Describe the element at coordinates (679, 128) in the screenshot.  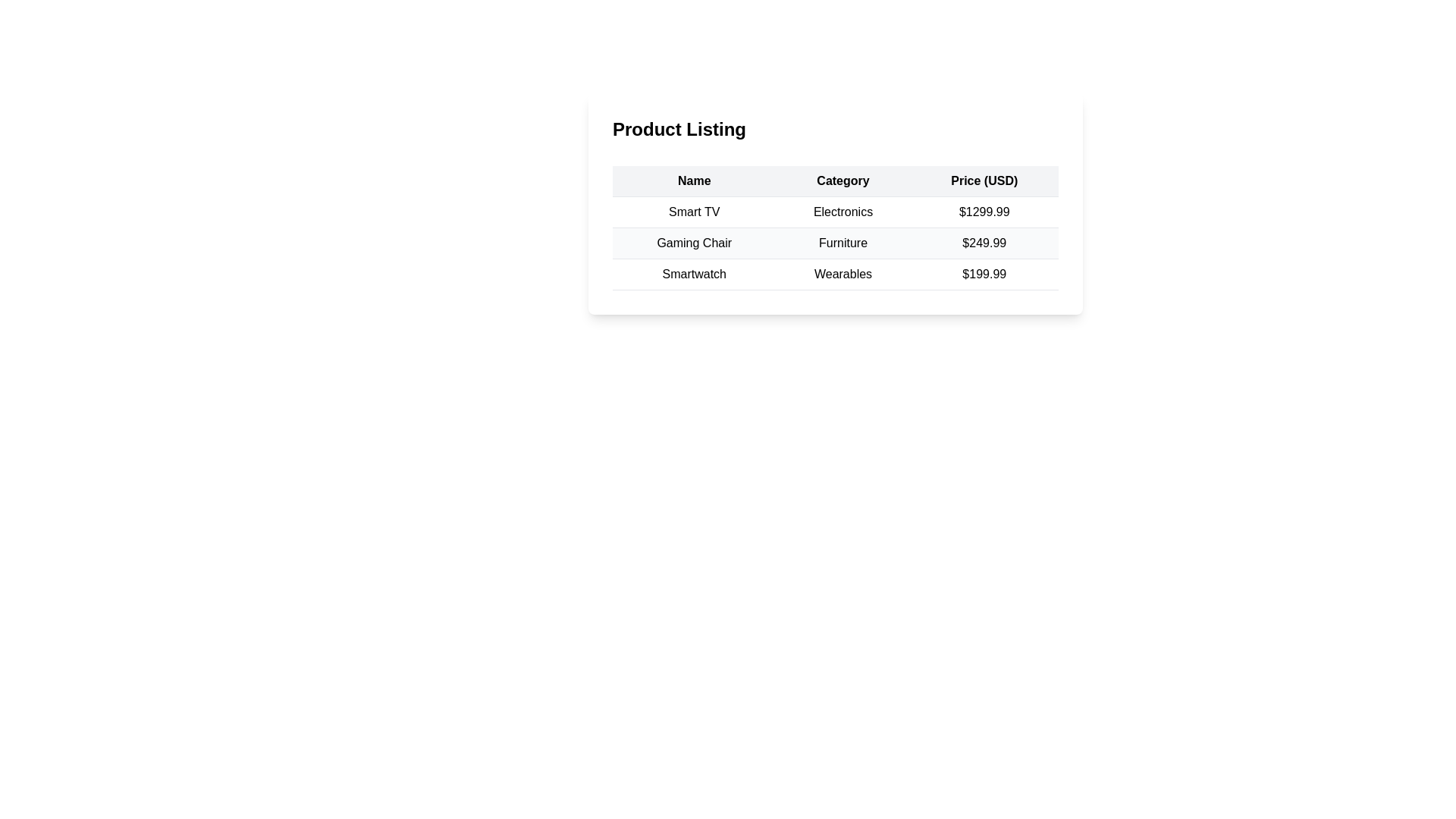
I see `the bold title text labeled 'Product Listing', which serves as a section heading at the top of a list or table` at that location.